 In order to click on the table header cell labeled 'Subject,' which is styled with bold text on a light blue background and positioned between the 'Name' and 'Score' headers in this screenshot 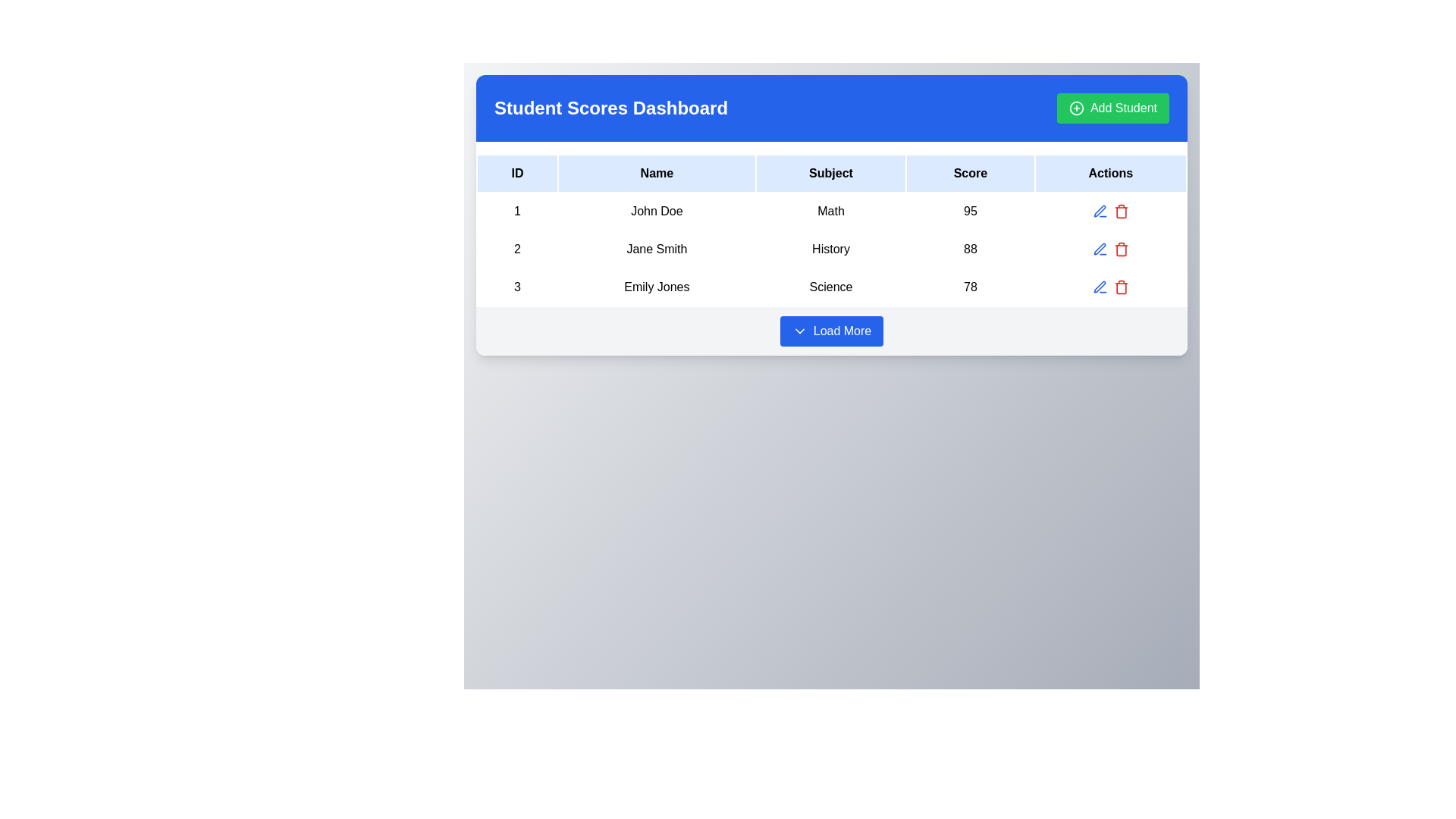, I will do `click(830, 172)`.